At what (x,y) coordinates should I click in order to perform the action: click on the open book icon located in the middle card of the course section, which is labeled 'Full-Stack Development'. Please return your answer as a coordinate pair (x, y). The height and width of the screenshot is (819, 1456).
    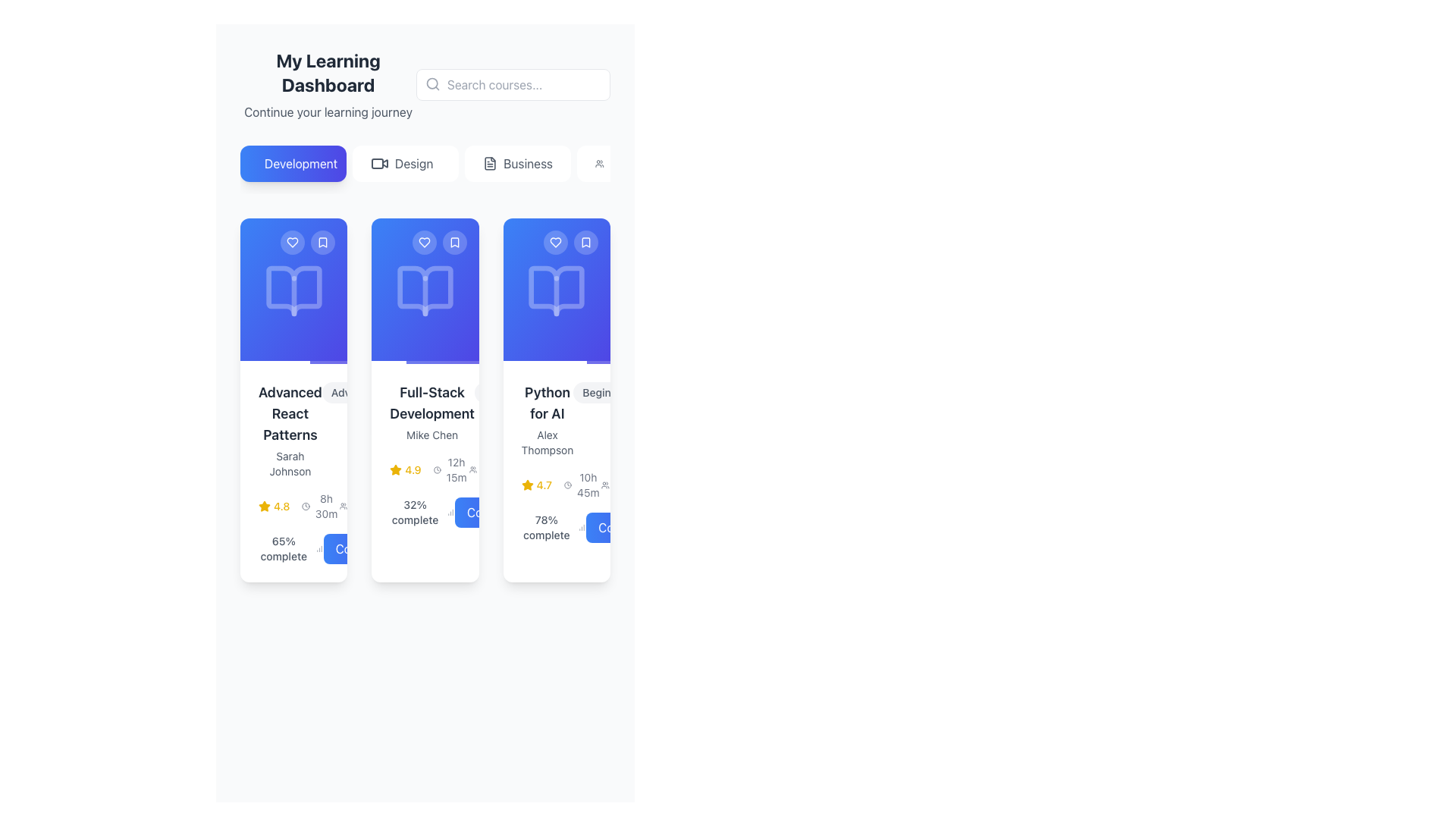
    Looking at the image, I should click on (425, 291).